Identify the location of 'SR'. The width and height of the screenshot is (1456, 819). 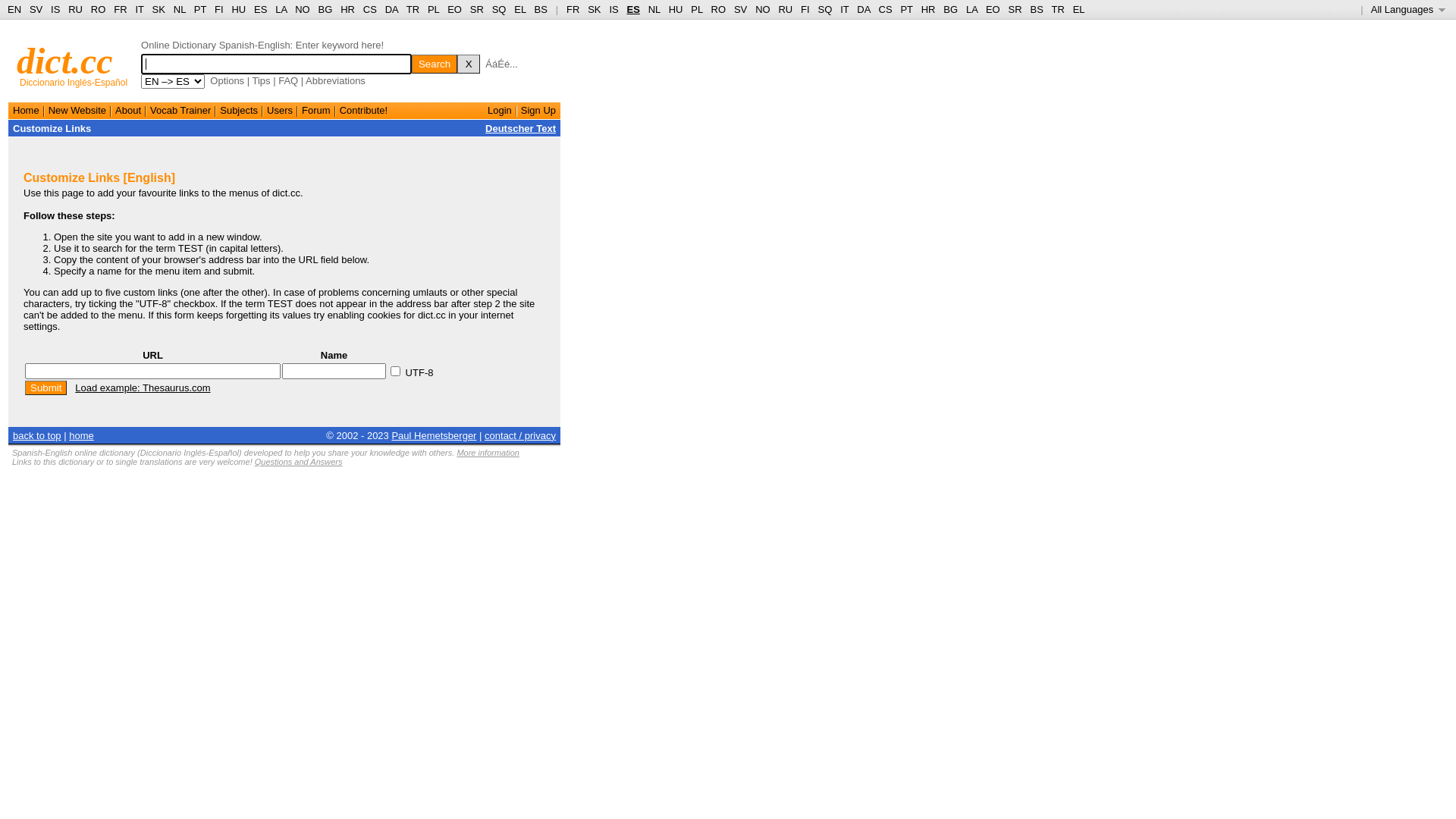
(475, 9).